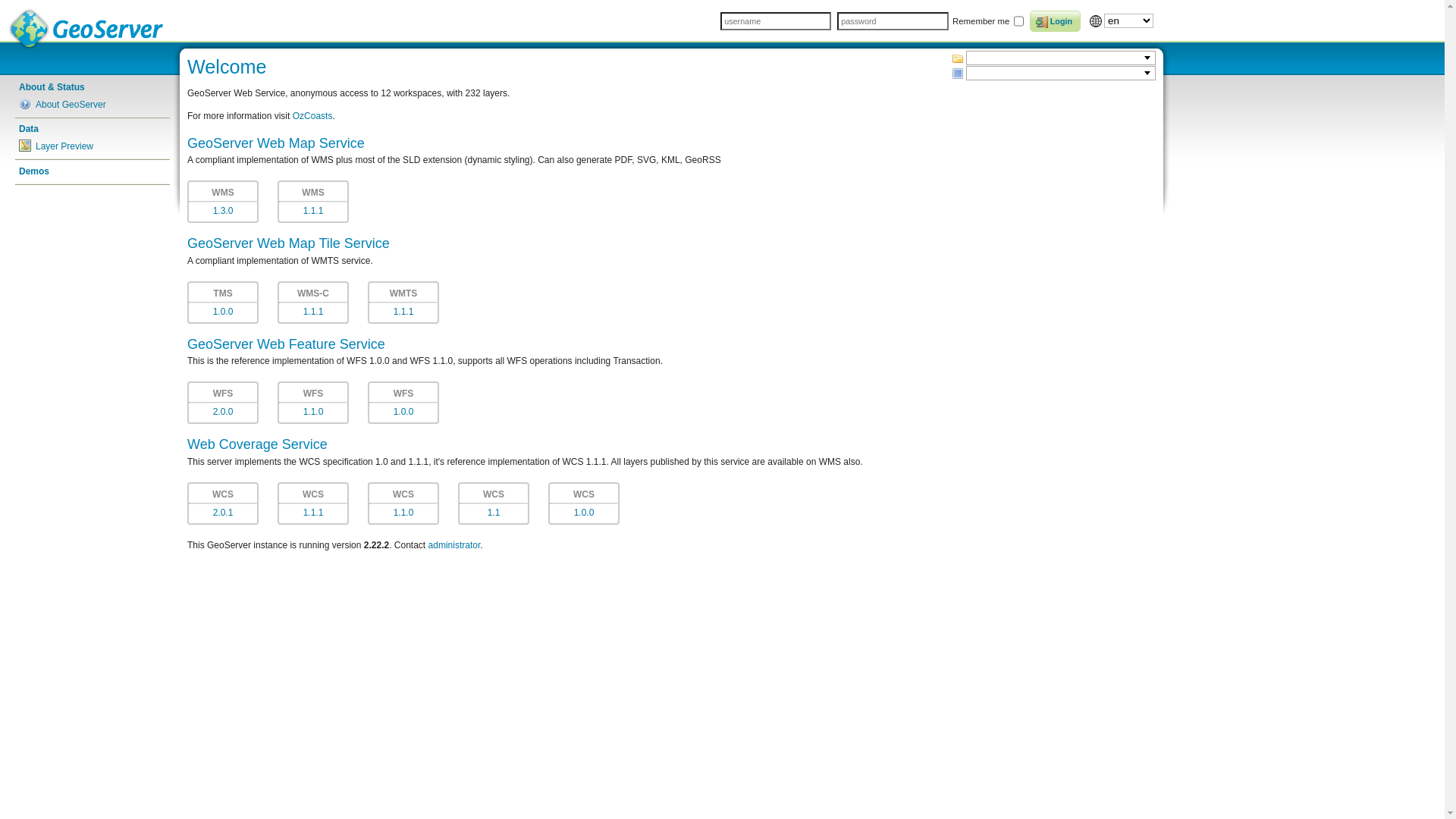 The width and height of the screenshot is (1456, 819). I want to click on 'WFS, so click(221, 402).